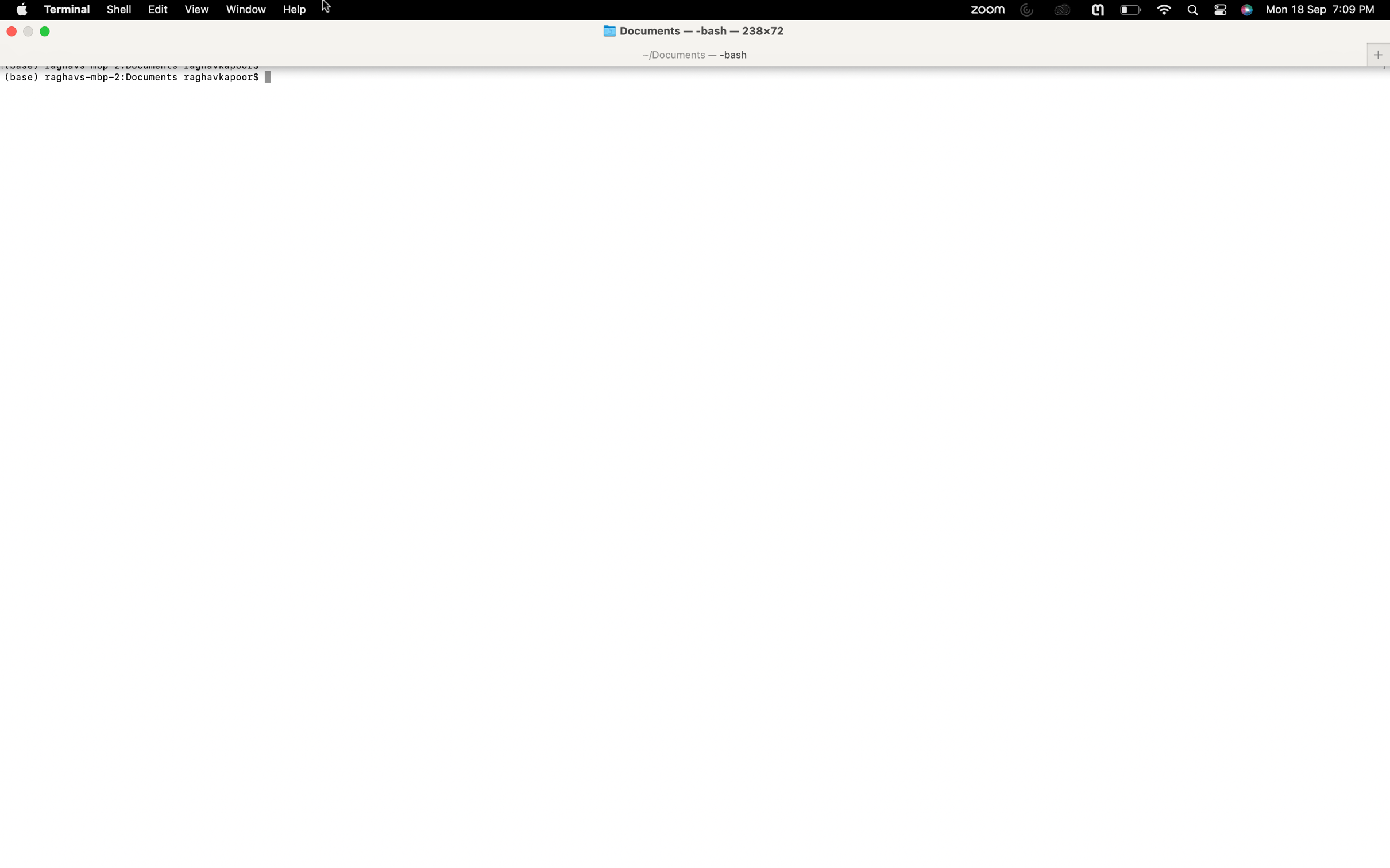  I want to click on To exit full screen, click on the green symbol, so click(44, 31).